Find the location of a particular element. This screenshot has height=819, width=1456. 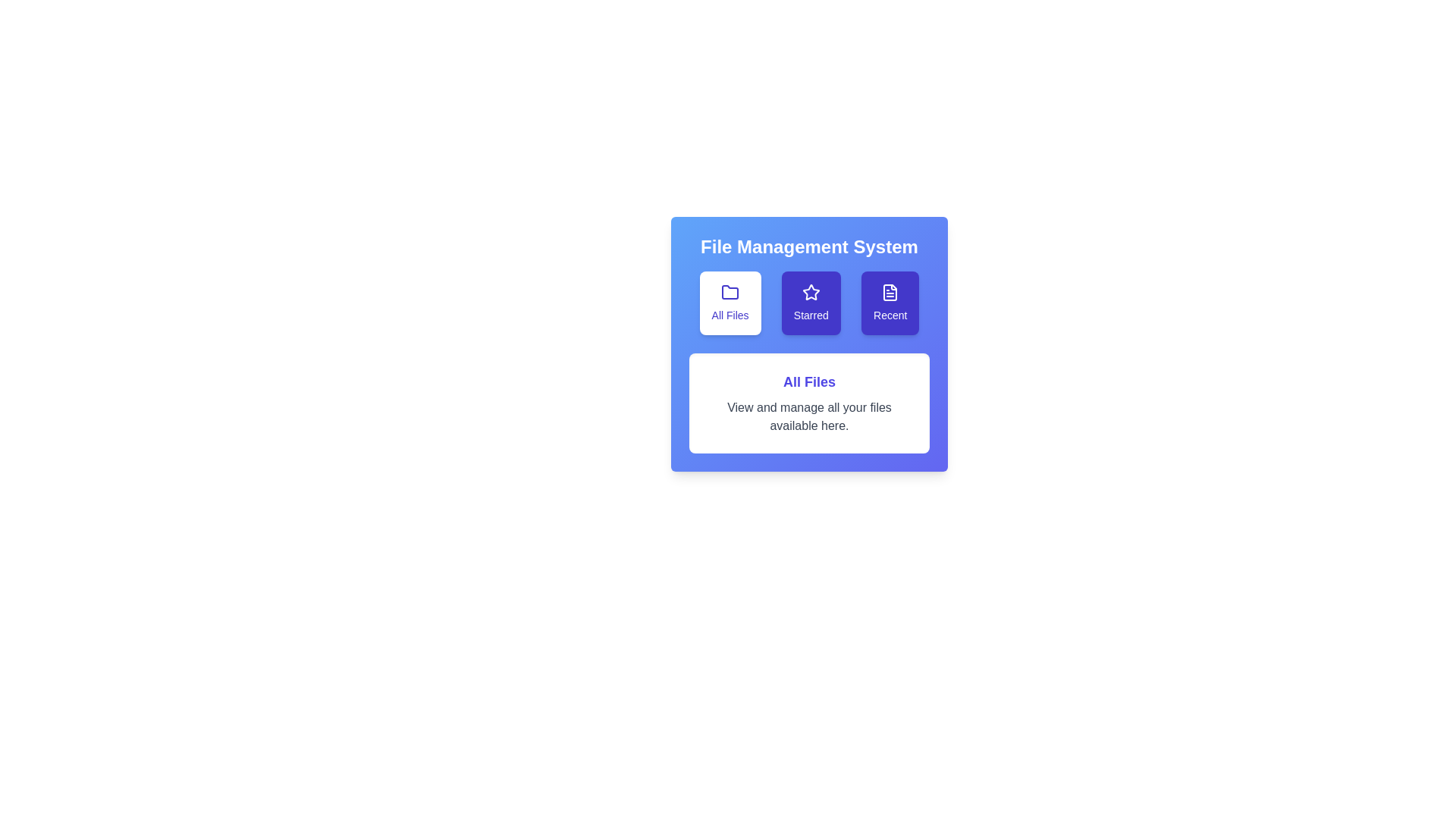

the Recent tab by clicking on its corresponding button is located at coordinates (890, 303).